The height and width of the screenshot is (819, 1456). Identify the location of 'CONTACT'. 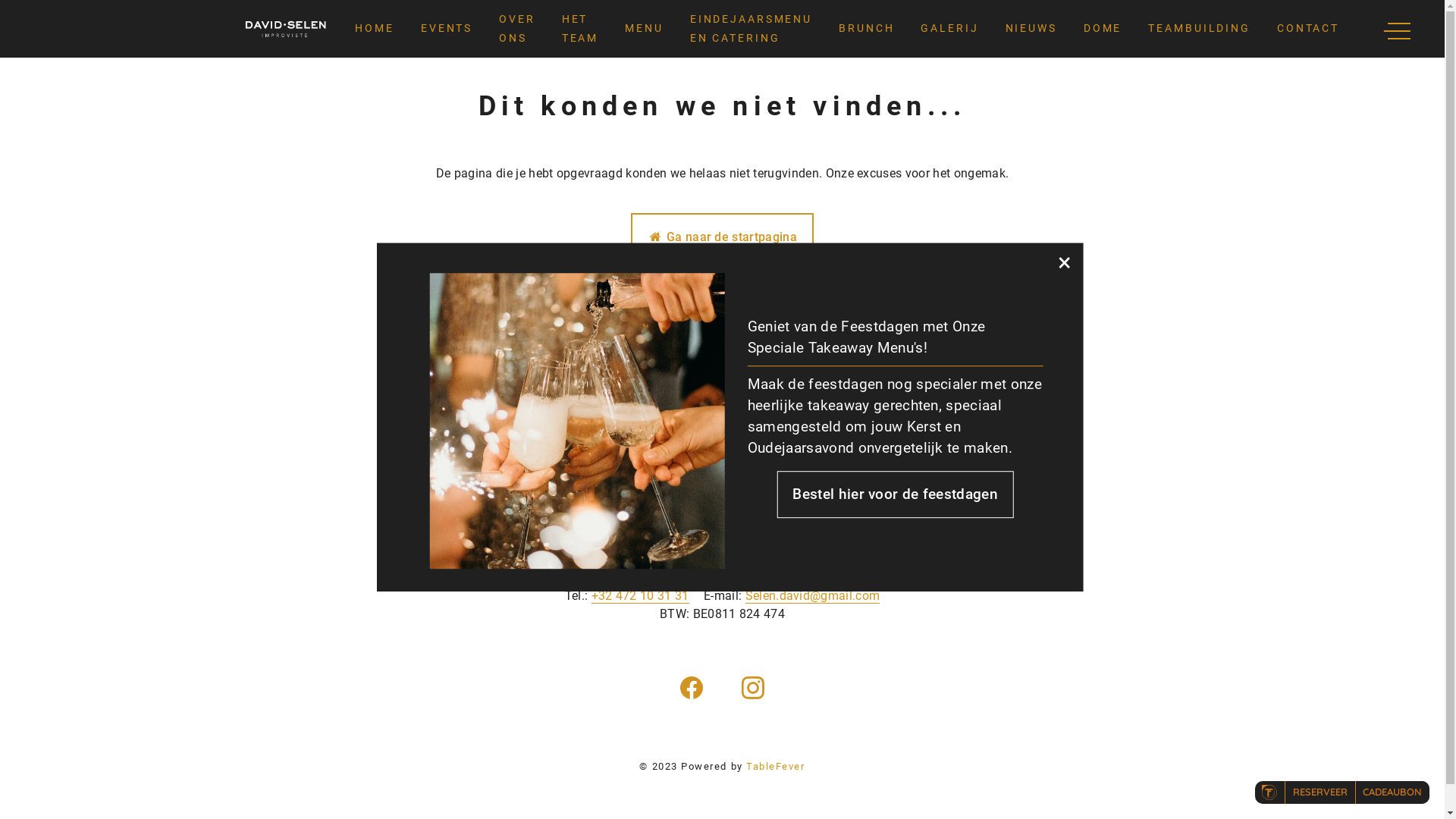
(1307, 29).